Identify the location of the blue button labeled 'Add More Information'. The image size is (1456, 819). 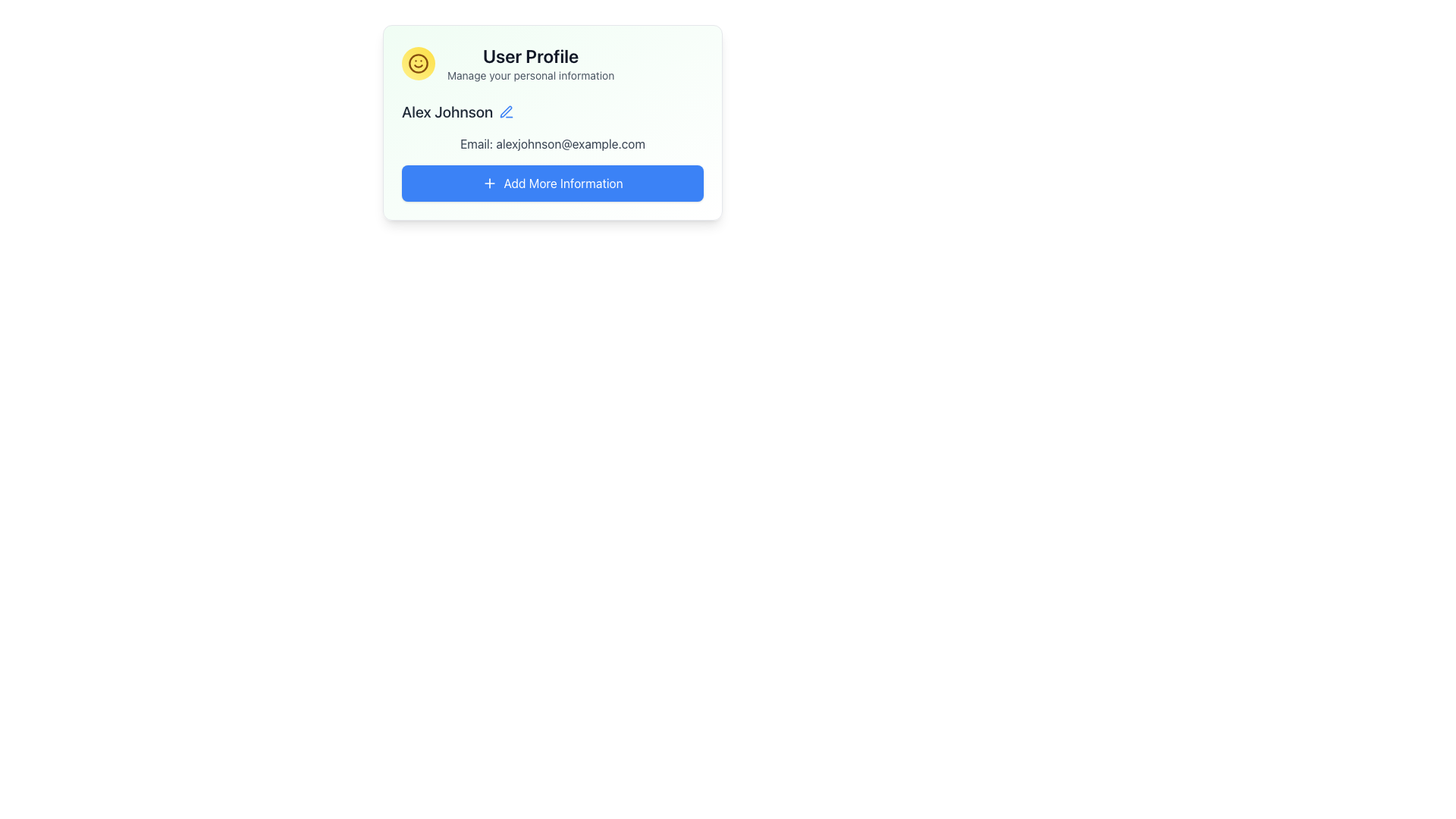
(552, 183).